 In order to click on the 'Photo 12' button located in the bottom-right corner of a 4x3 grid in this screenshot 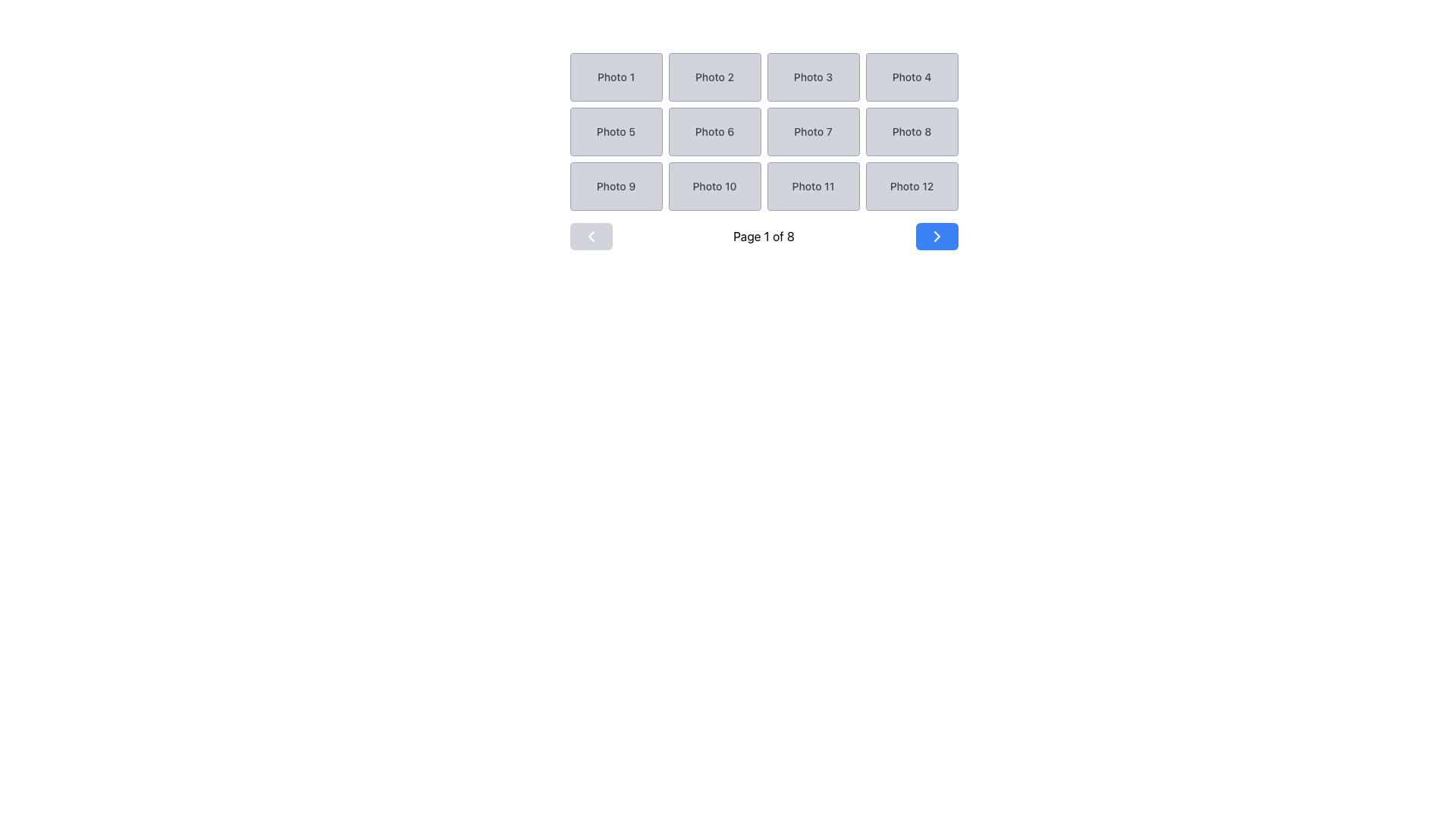, I will do `click(911, 186)`.